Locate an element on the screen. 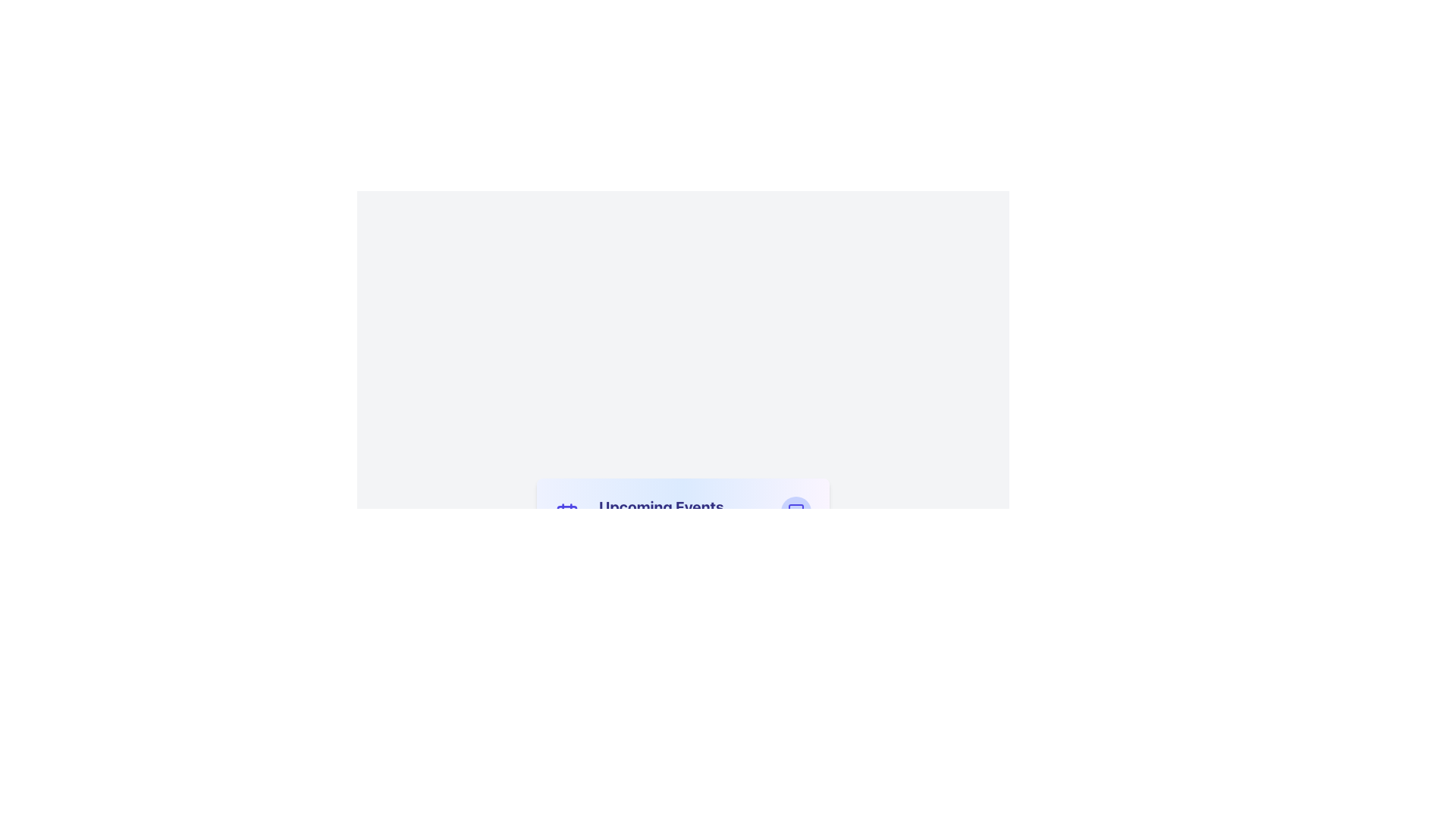  the small, square button-like icon with a blue outline and white background located in the bottom-right corner of the 'Upcoming Events' card is located at coordinates (795, 512).